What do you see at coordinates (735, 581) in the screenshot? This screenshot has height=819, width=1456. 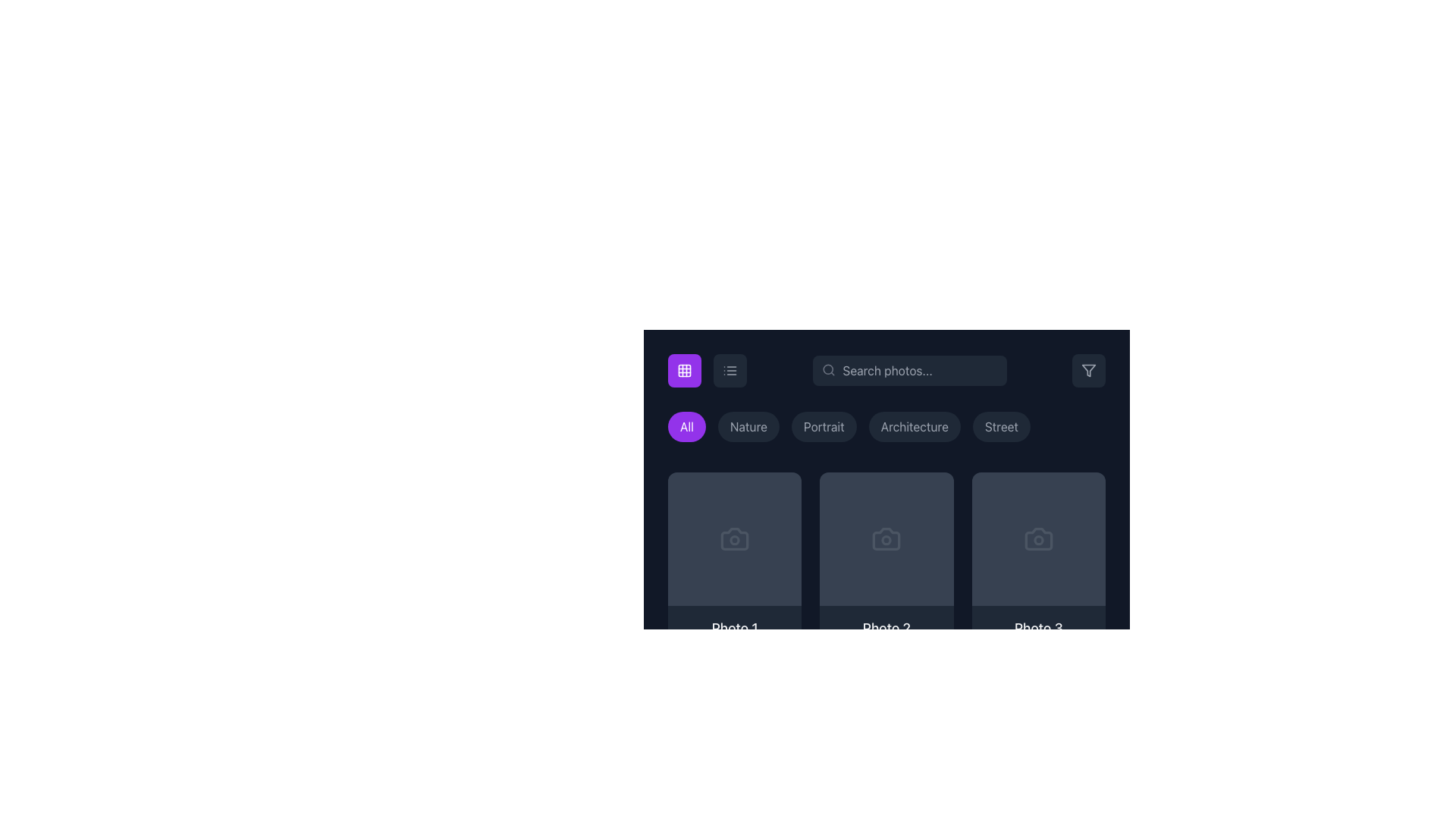 I see `the first Card component` at bounding box center [735, 581].